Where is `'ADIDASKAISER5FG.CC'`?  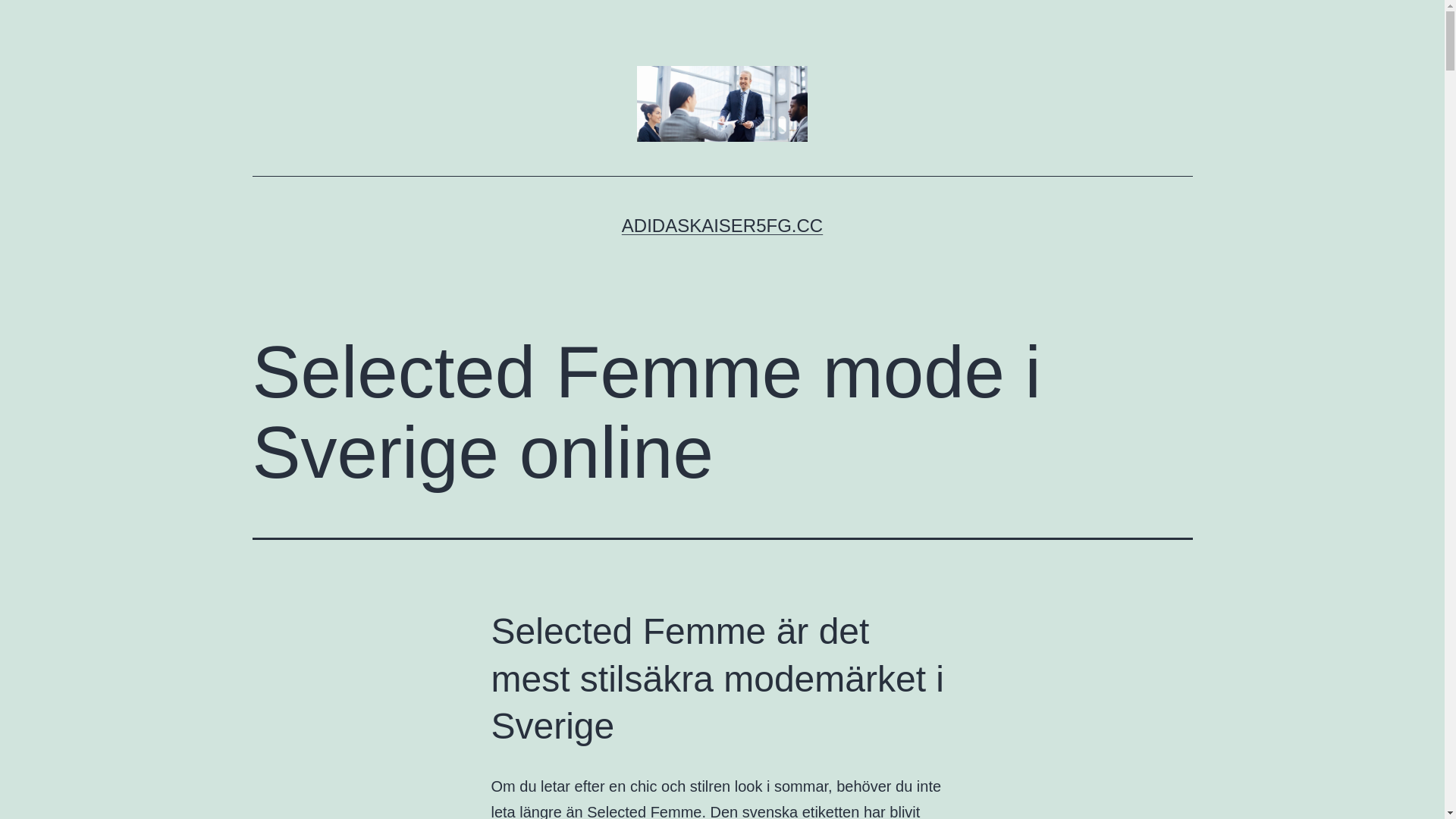
'ADIDASKAISER5FG.CC' is located at coordinates (622, 225).